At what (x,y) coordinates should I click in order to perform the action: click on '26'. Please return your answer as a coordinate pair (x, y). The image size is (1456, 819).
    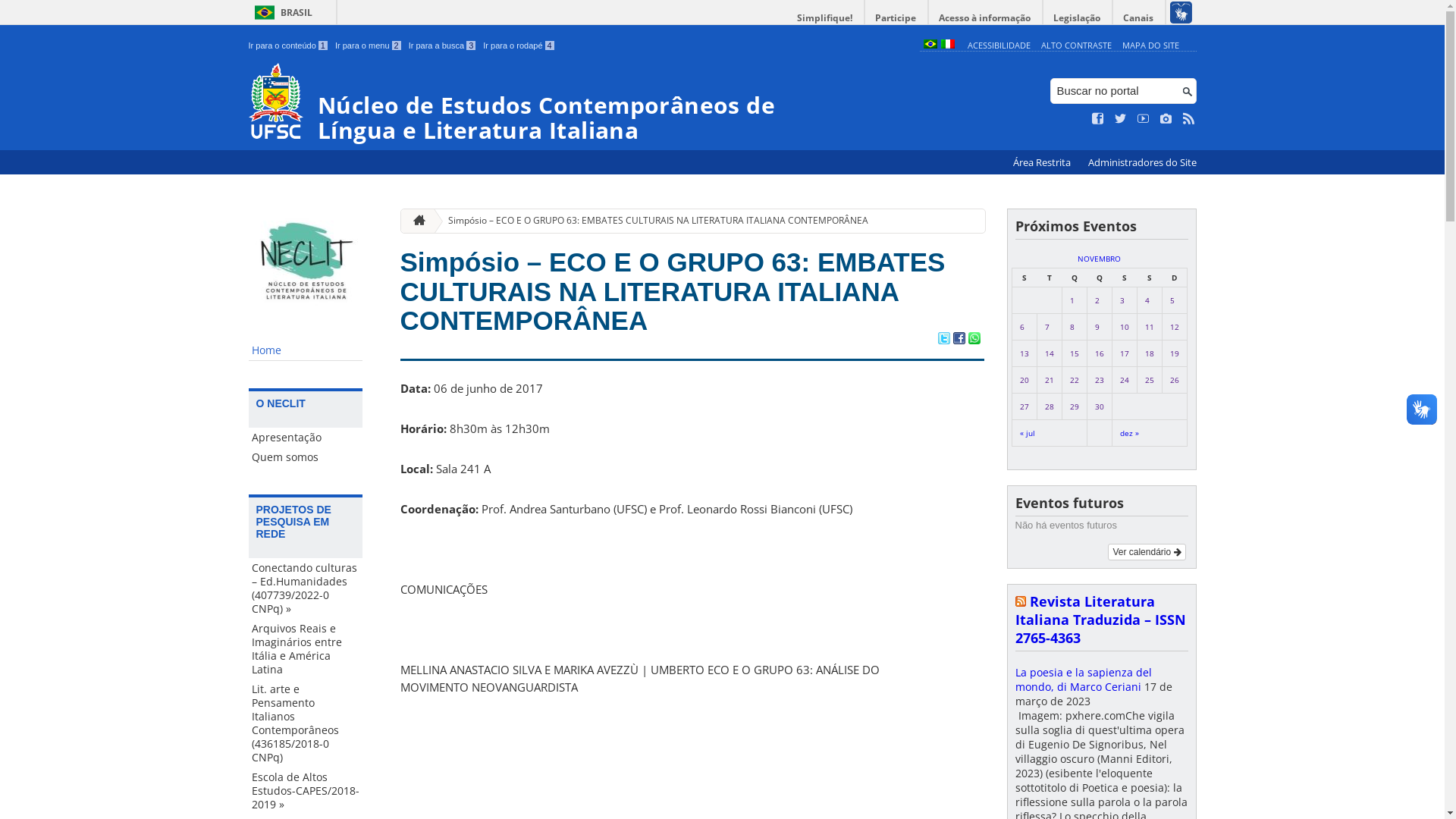
    Looking at the image, I should click on (1172, 379).